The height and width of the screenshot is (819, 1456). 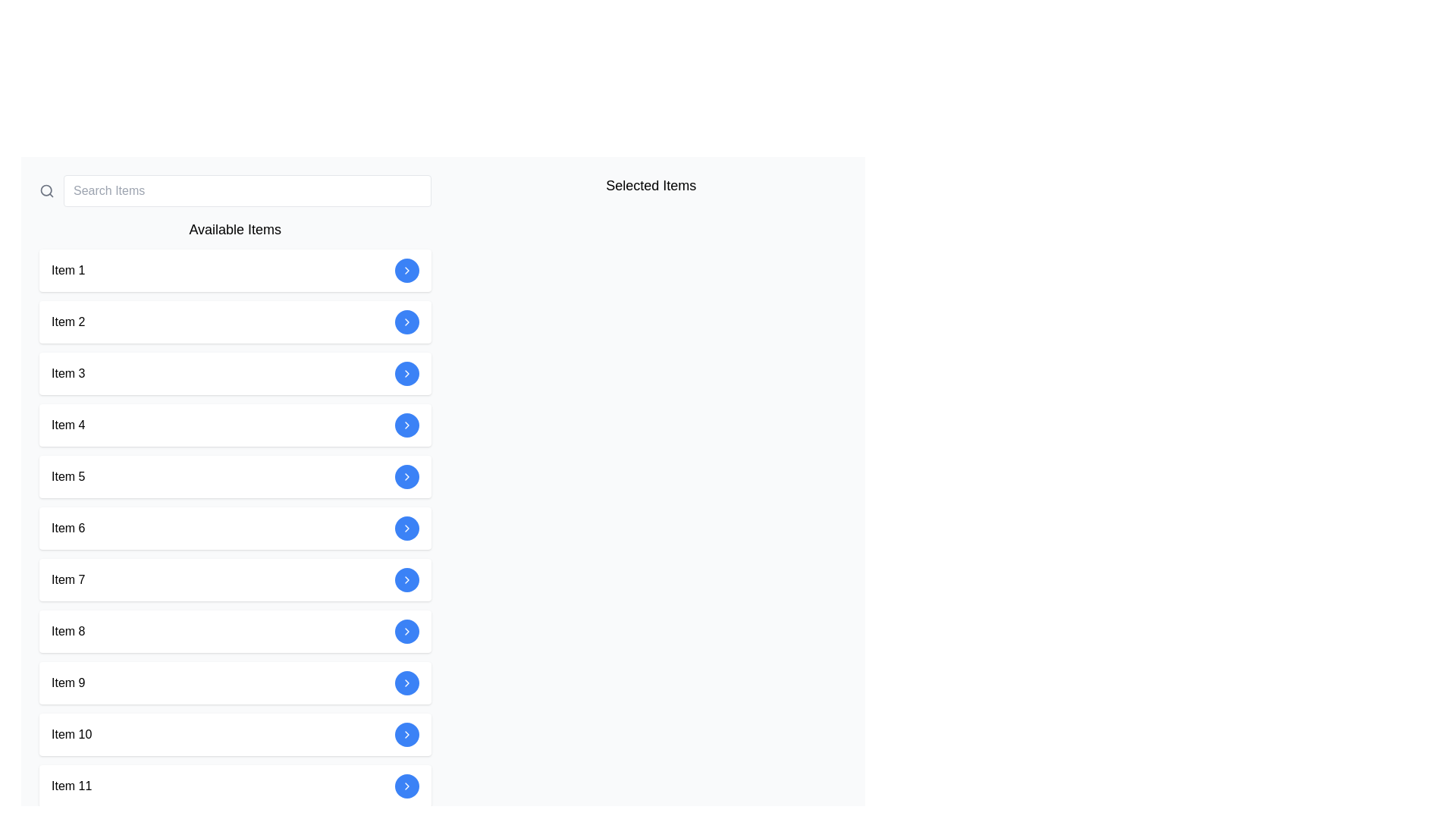 I want to click on text label displaying 'Item 7', which is styled with a clear sans-serif font and positioned horizontally aligned within a larger interactive card, so click(x=67, y=579).